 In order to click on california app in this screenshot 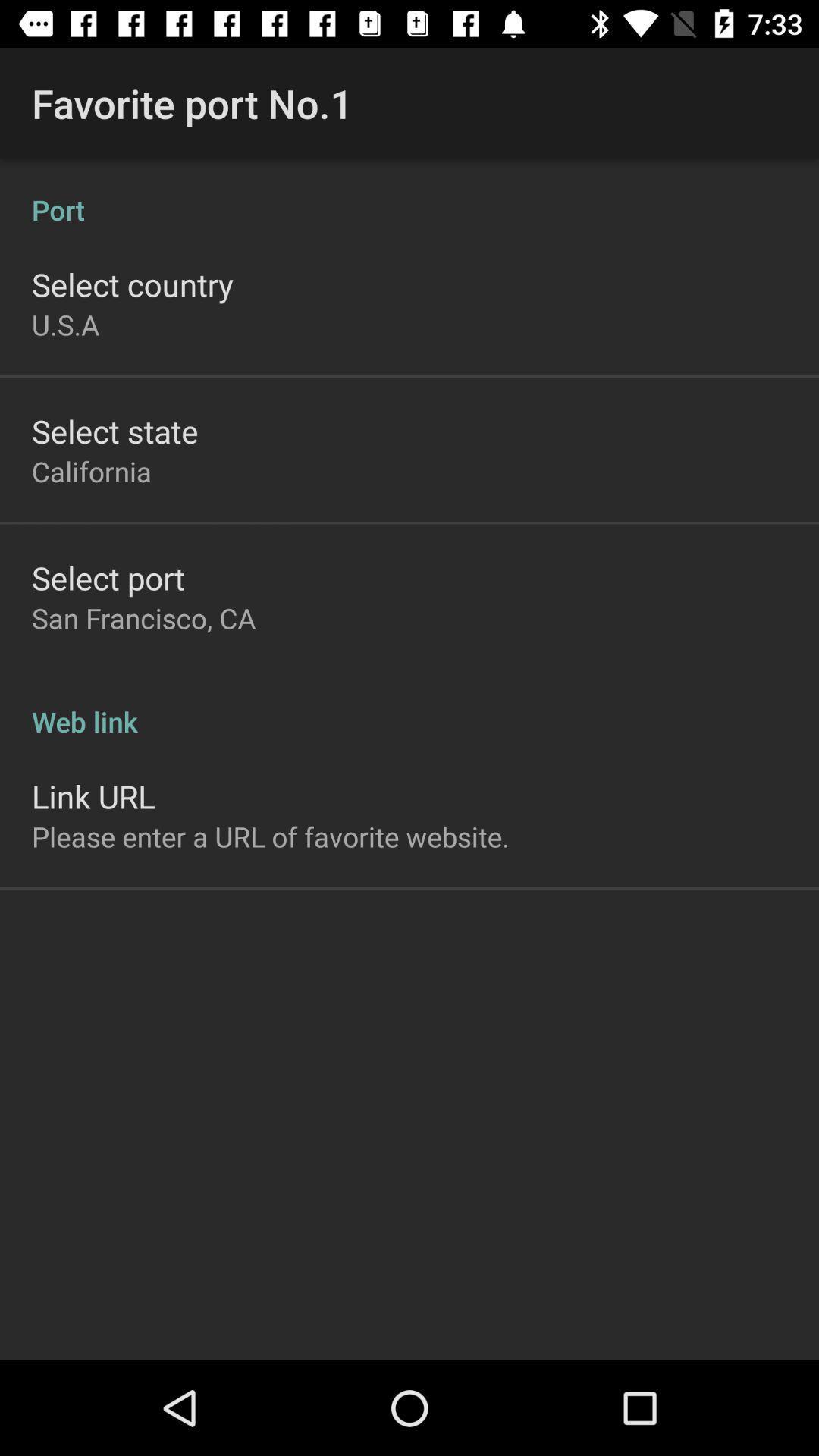, I will do `click(92, 470)`.